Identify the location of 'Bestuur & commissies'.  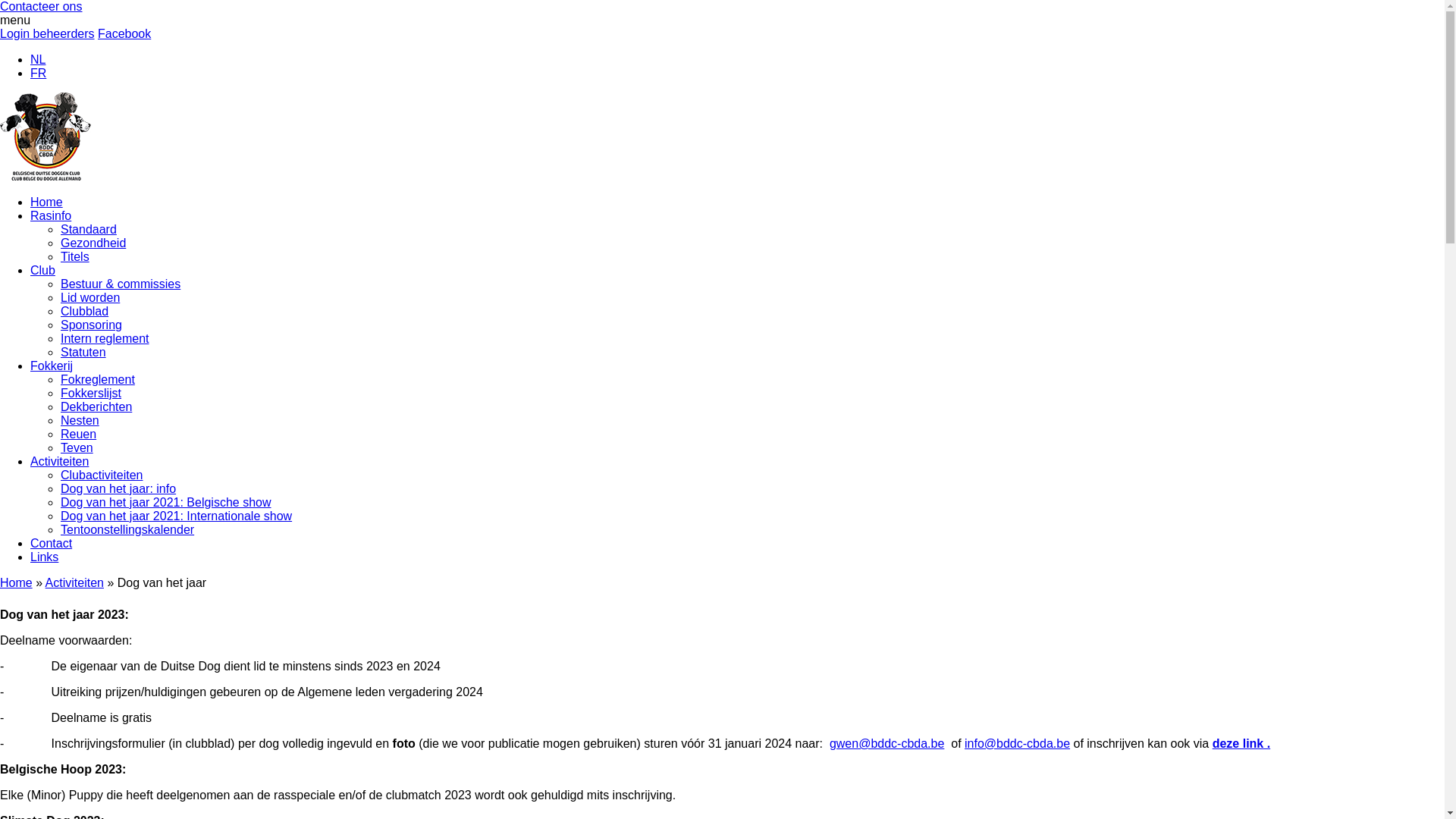
(61, 284).